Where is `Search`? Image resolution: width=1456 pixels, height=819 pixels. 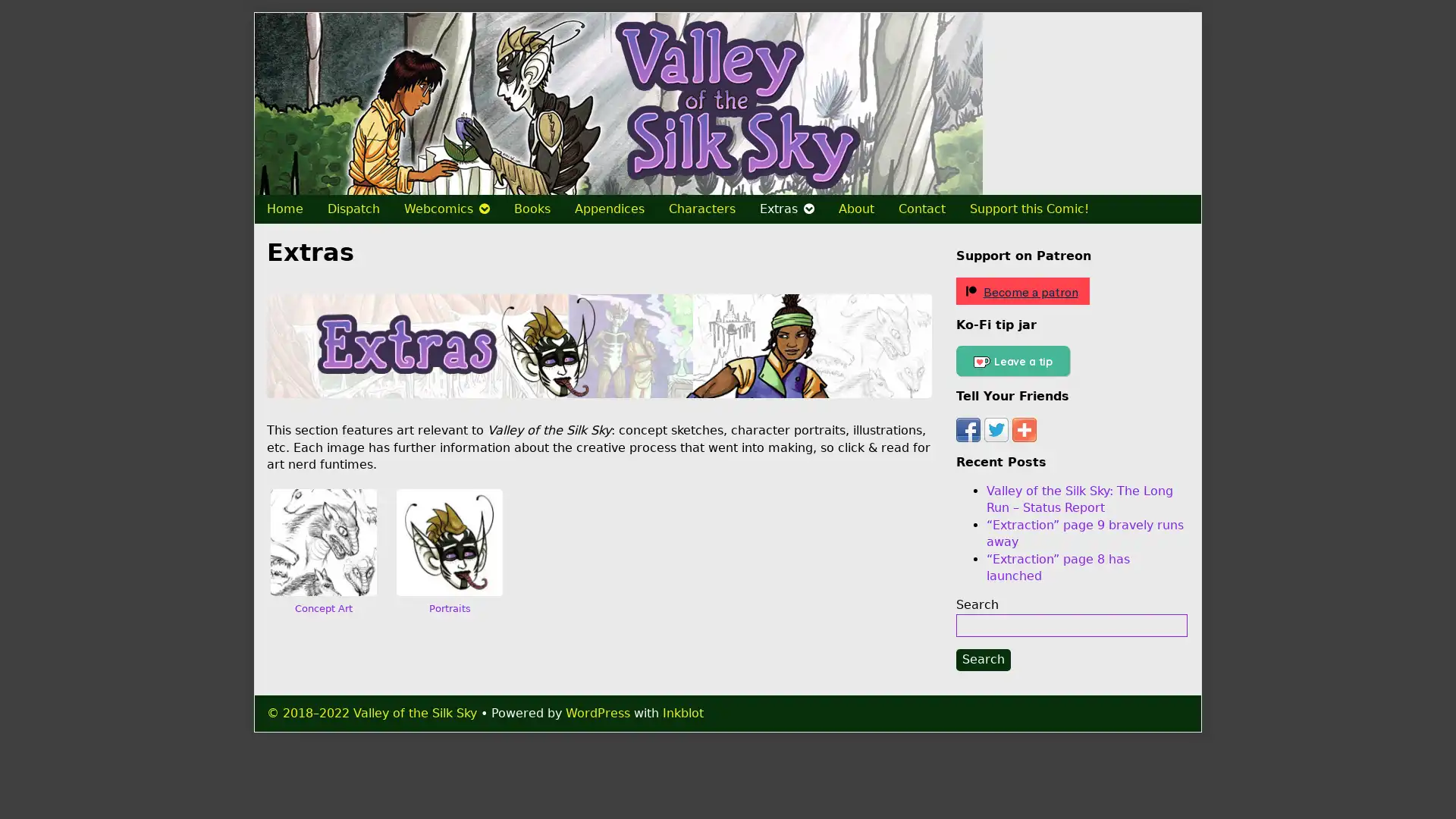
Search is located at coordinates (983, 659).